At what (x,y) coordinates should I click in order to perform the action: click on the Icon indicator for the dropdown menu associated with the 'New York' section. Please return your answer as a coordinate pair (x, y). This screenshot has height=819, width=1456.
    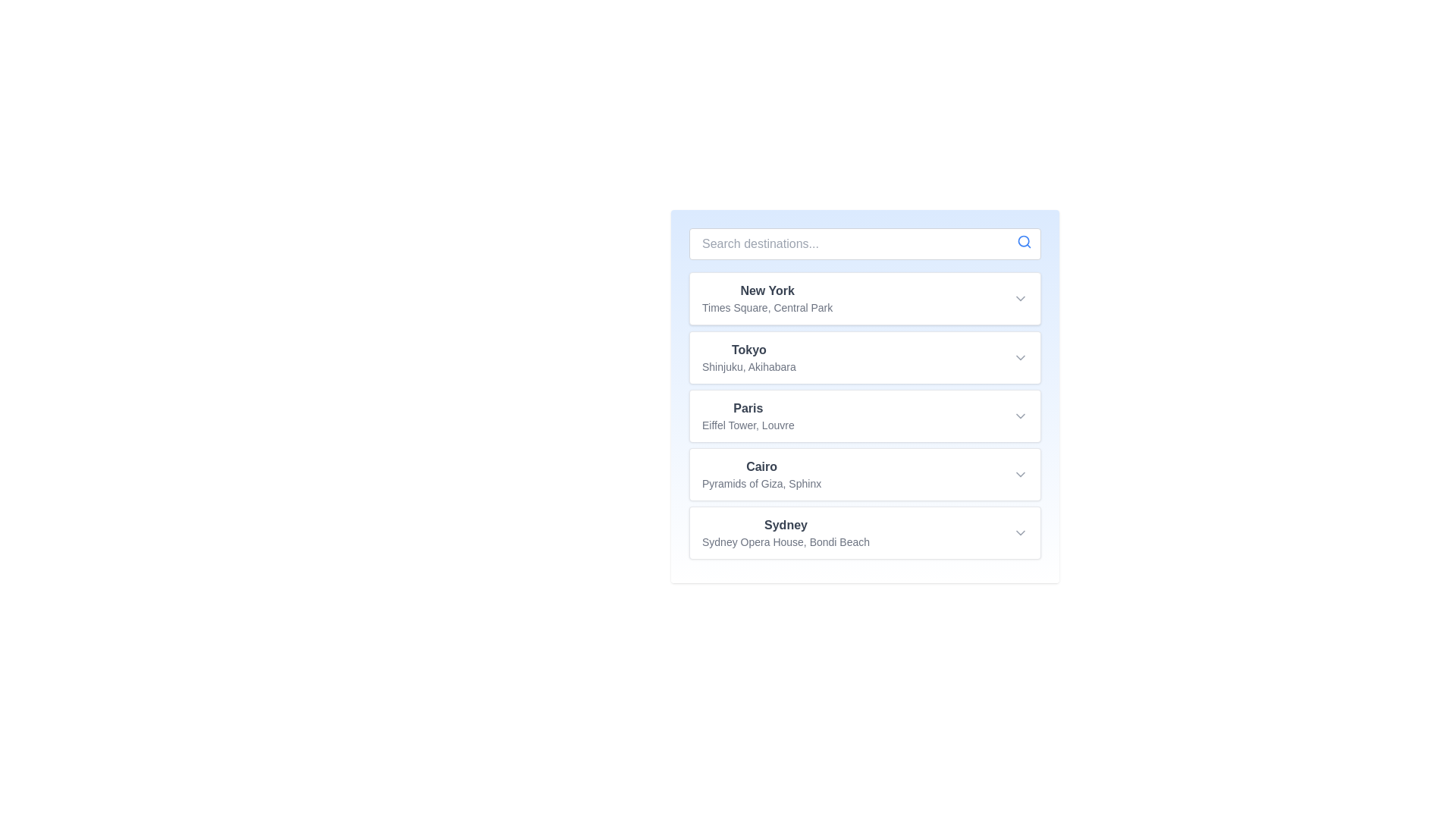
    Looking at the image, I should click on (1020, 298).